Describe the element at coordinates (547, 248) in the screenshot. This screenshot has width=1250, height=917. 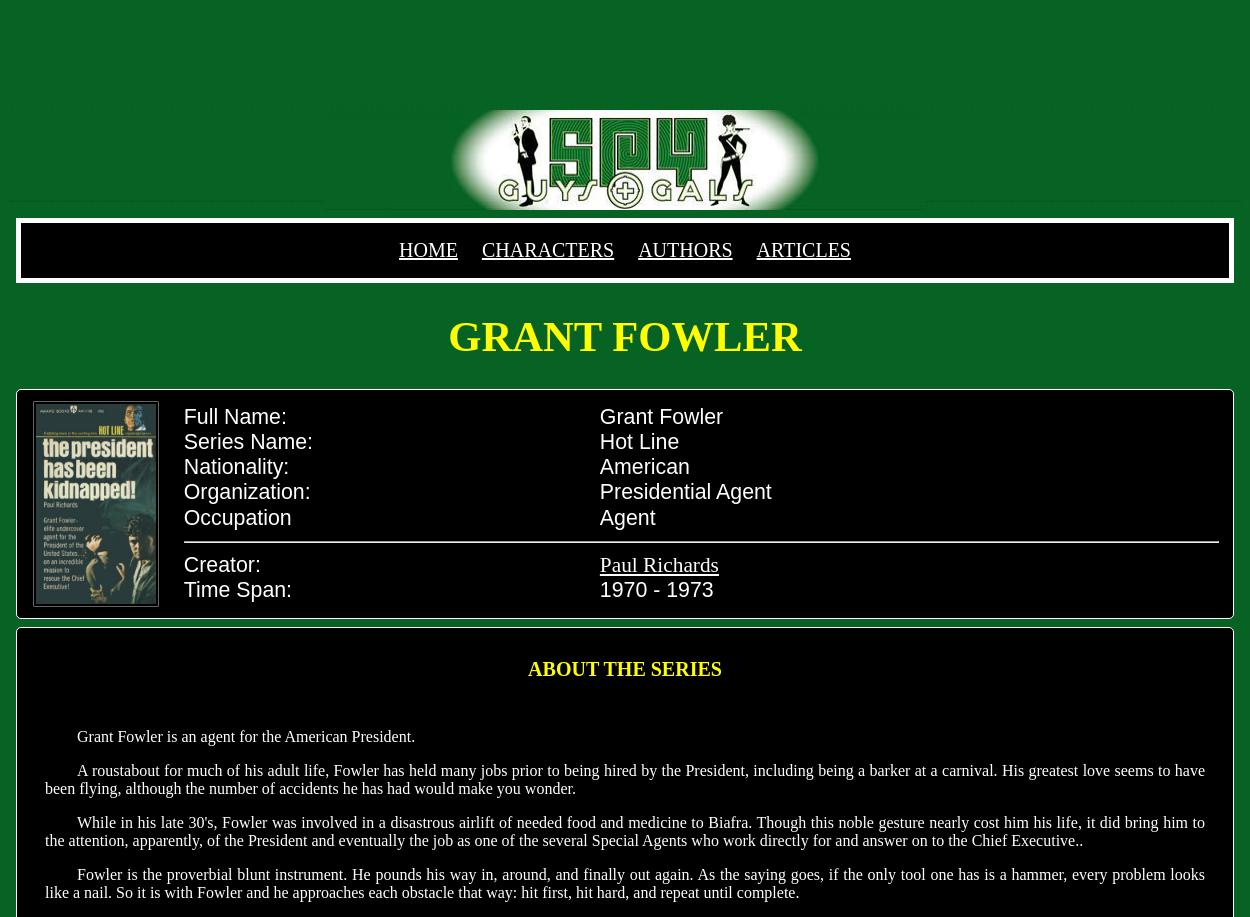
I see `'CHARACTERS'` at that location.